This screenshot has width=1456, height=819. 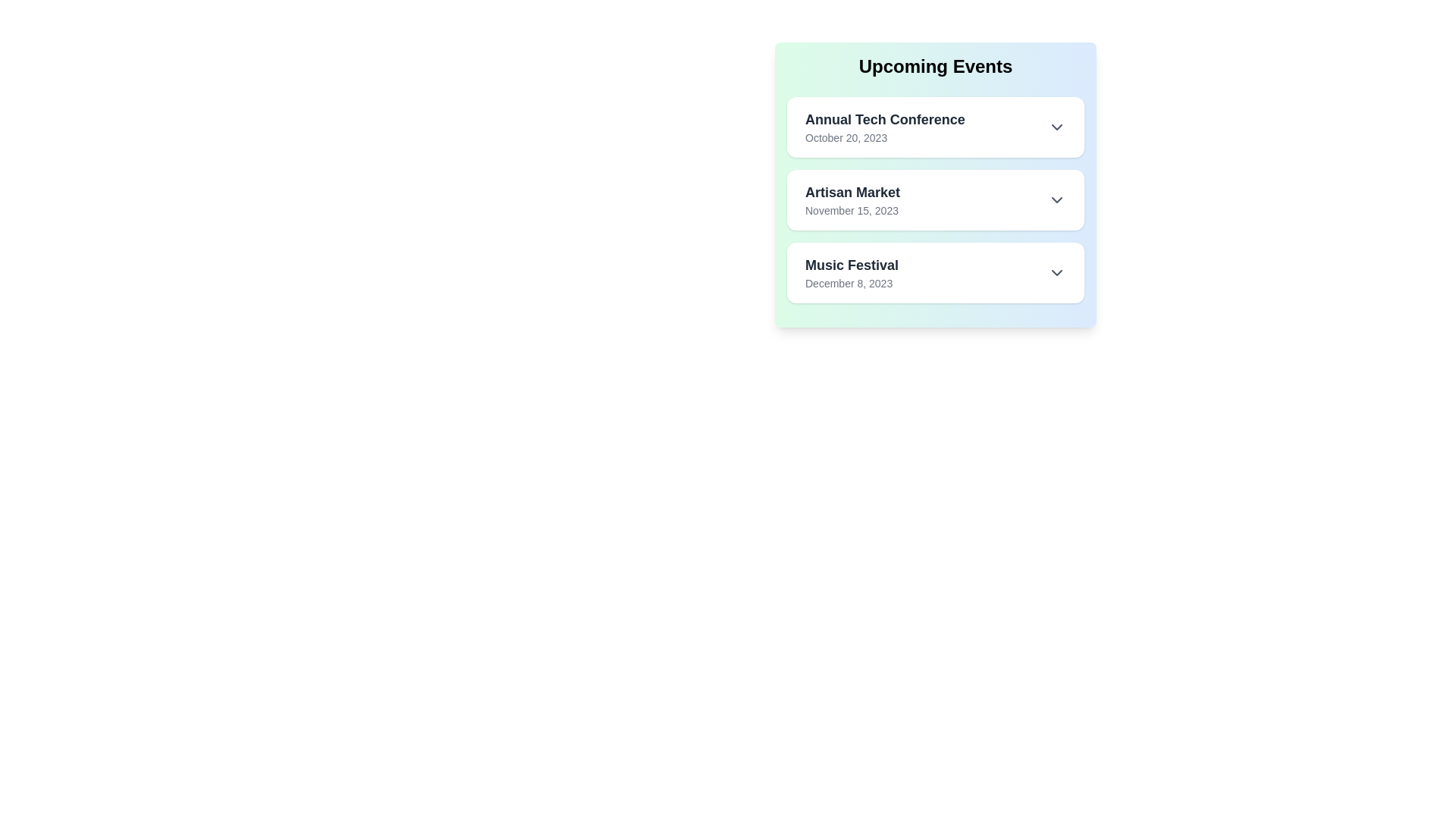 I want to click on the 'Music Festival' static text label, which is the top line in the third group of the 'Upcoming Events' list, to access related elements in its group, so click(x=852, y=265).